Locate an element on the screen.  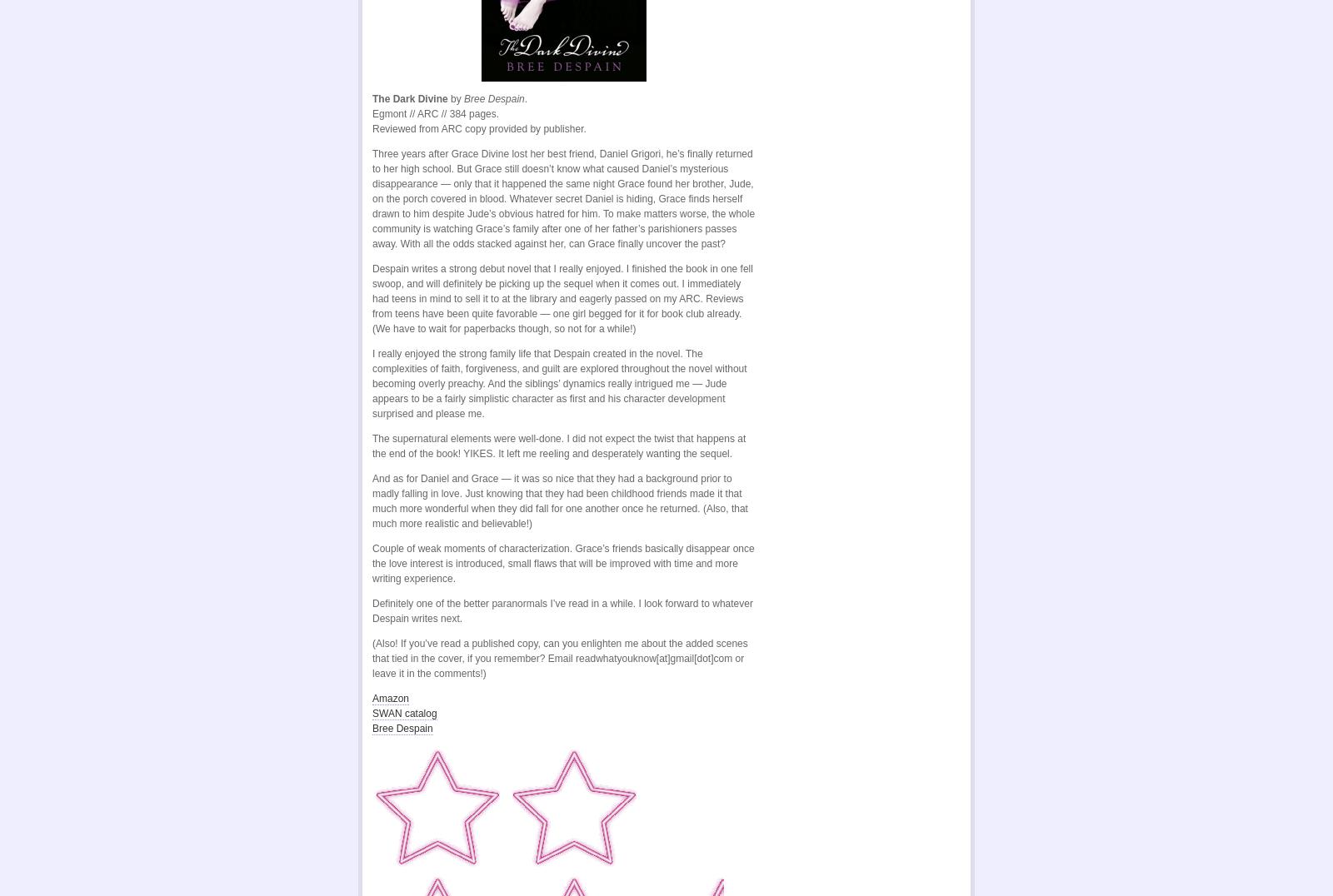
'I really enjoyed the strong family life that Despain created in the novel. The complexities of faith, forgiveness, and guilt are explored throughout the novel without becoming overly preachy. And the siblings’ dynamics really intrigued me — Jude appears to be a fairly simplistic character as first and his character development surprised and please me.' is located at coordinates (559, 382).